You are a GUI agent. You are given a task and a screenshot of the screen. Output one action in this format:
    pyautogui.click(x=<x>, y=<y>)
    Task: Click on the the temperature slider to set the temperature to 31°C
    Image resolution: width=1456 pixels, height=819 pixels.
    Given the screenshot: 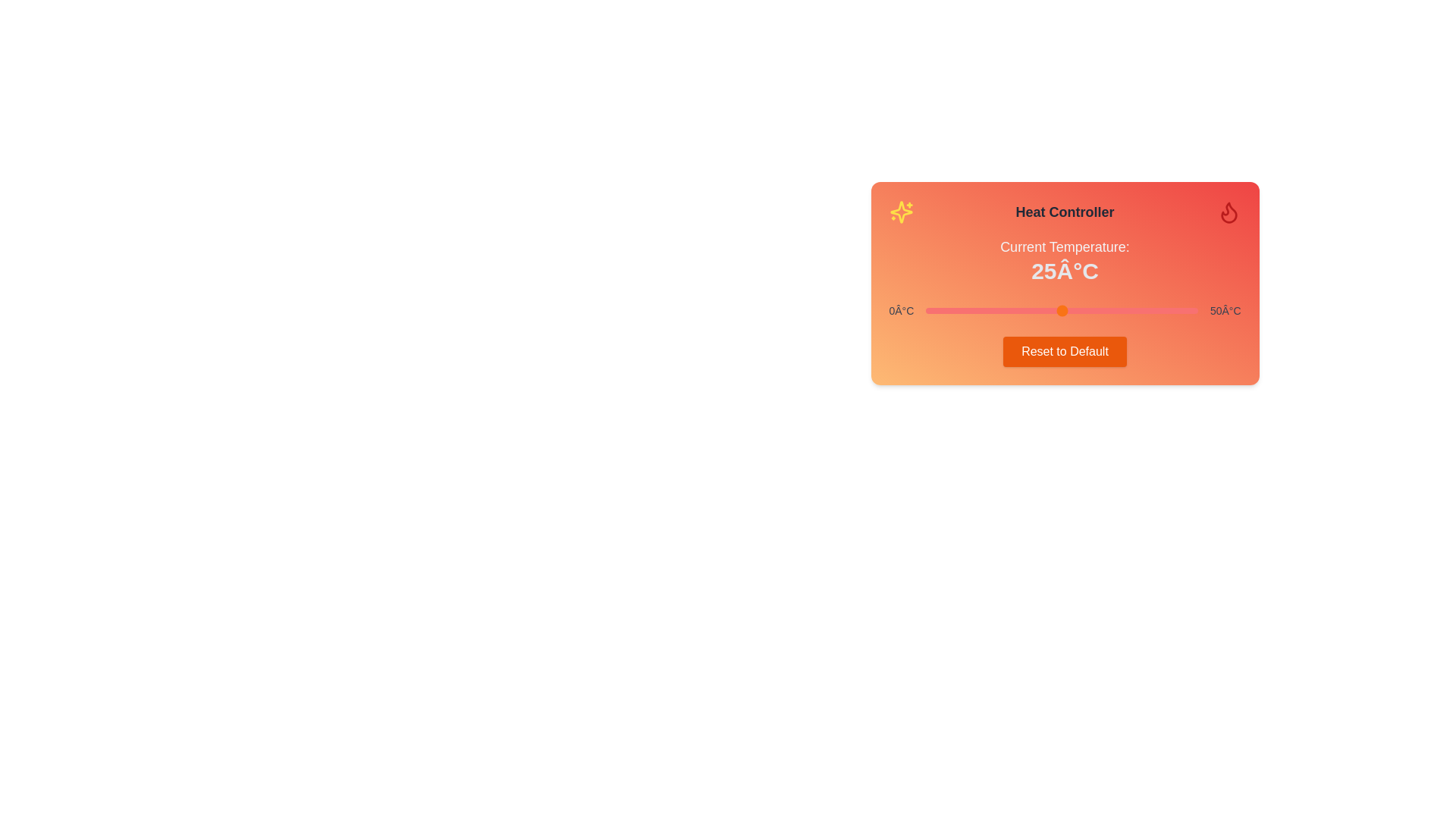 What is the action you would take?
    pyautogui.click(x=1094, y=309)
    